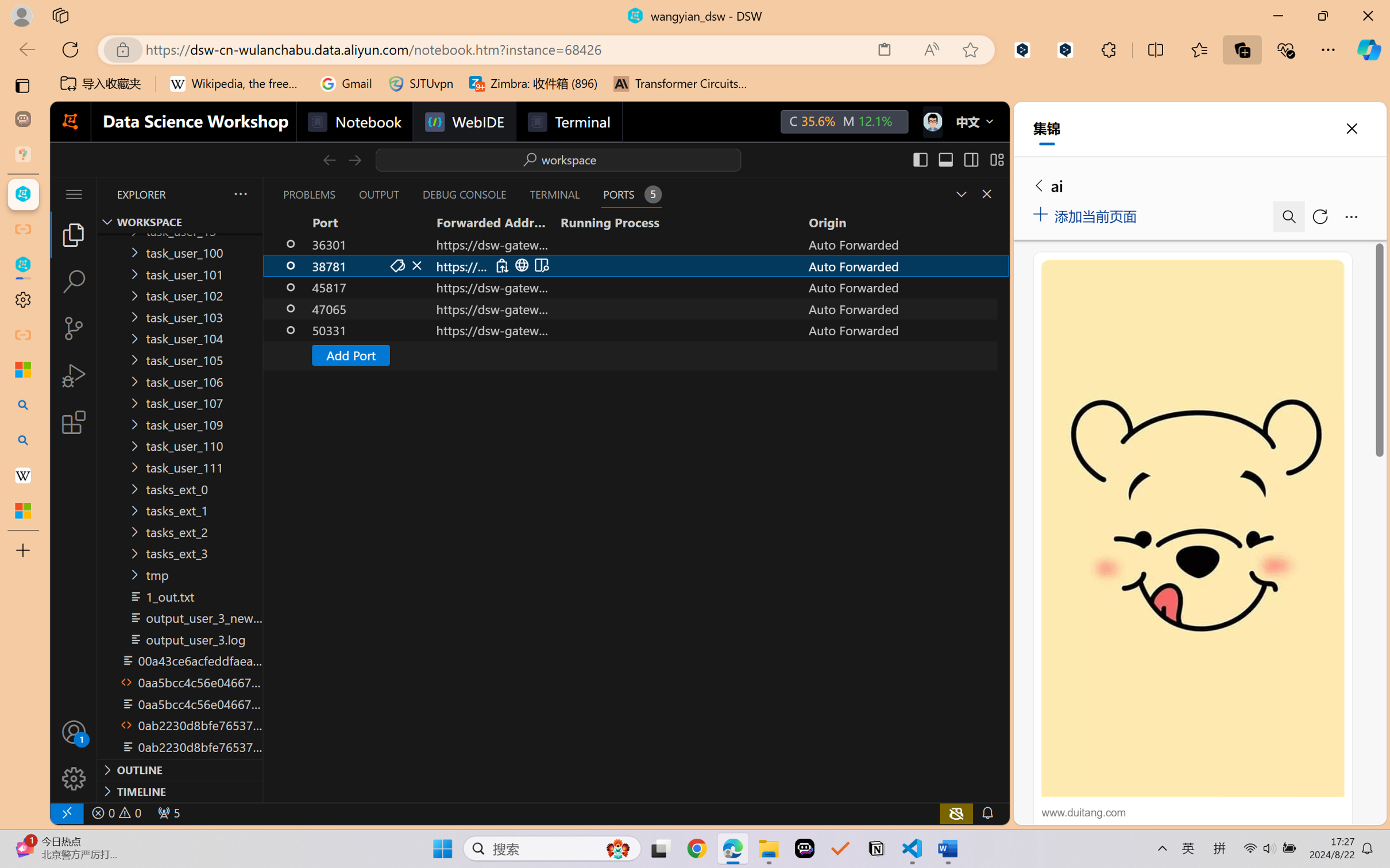  Describe the element at coordinates (353, 159) in the screenshot. I see `'Go Forward (Alt+RightArrow)'` at that location.